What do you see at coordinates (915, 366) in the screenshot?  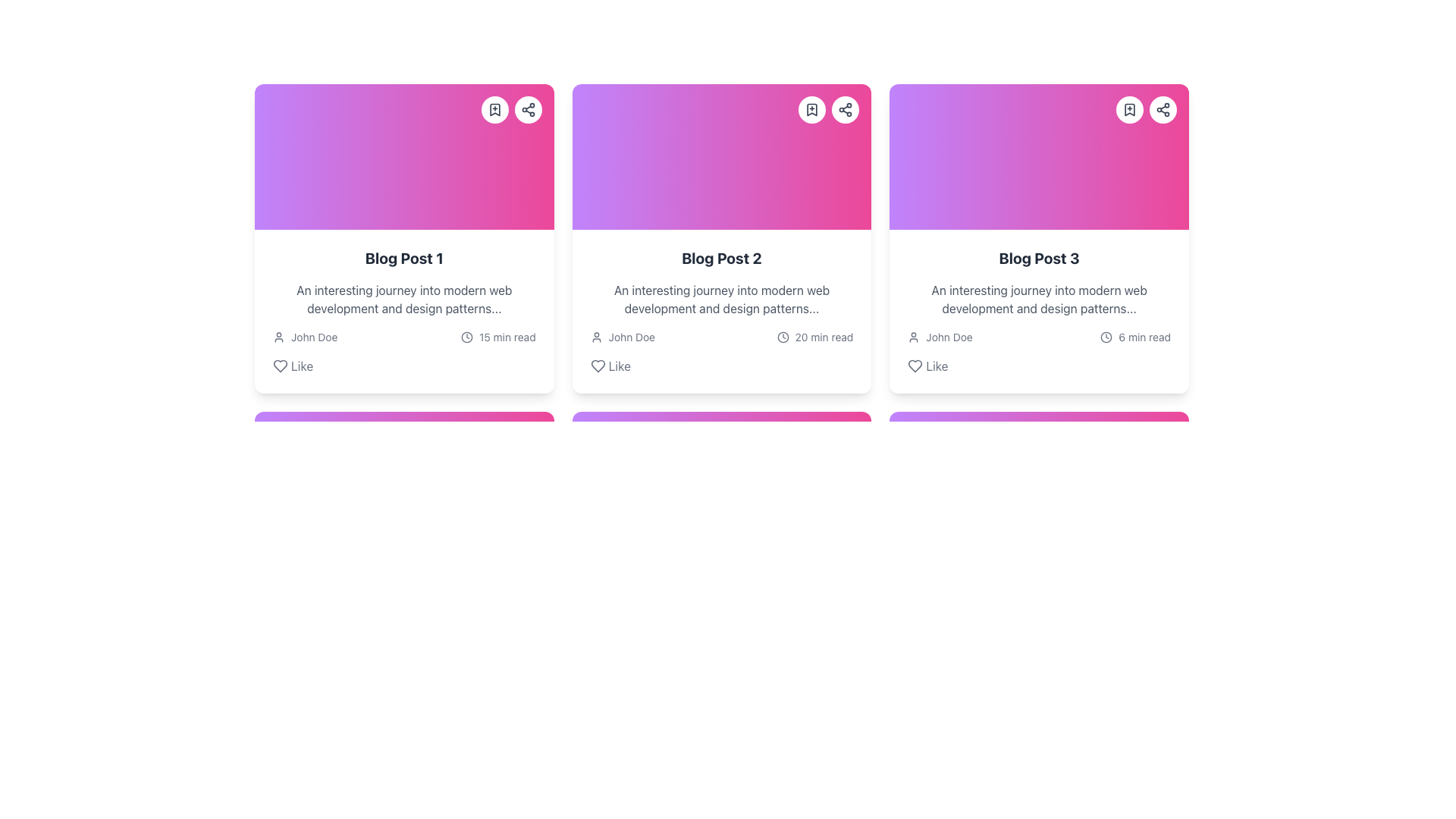 I see `the heart icon located at the bottom left corner of the 'Blog Post 3' card to like or unlike the post` at bounding box center [915, 366].